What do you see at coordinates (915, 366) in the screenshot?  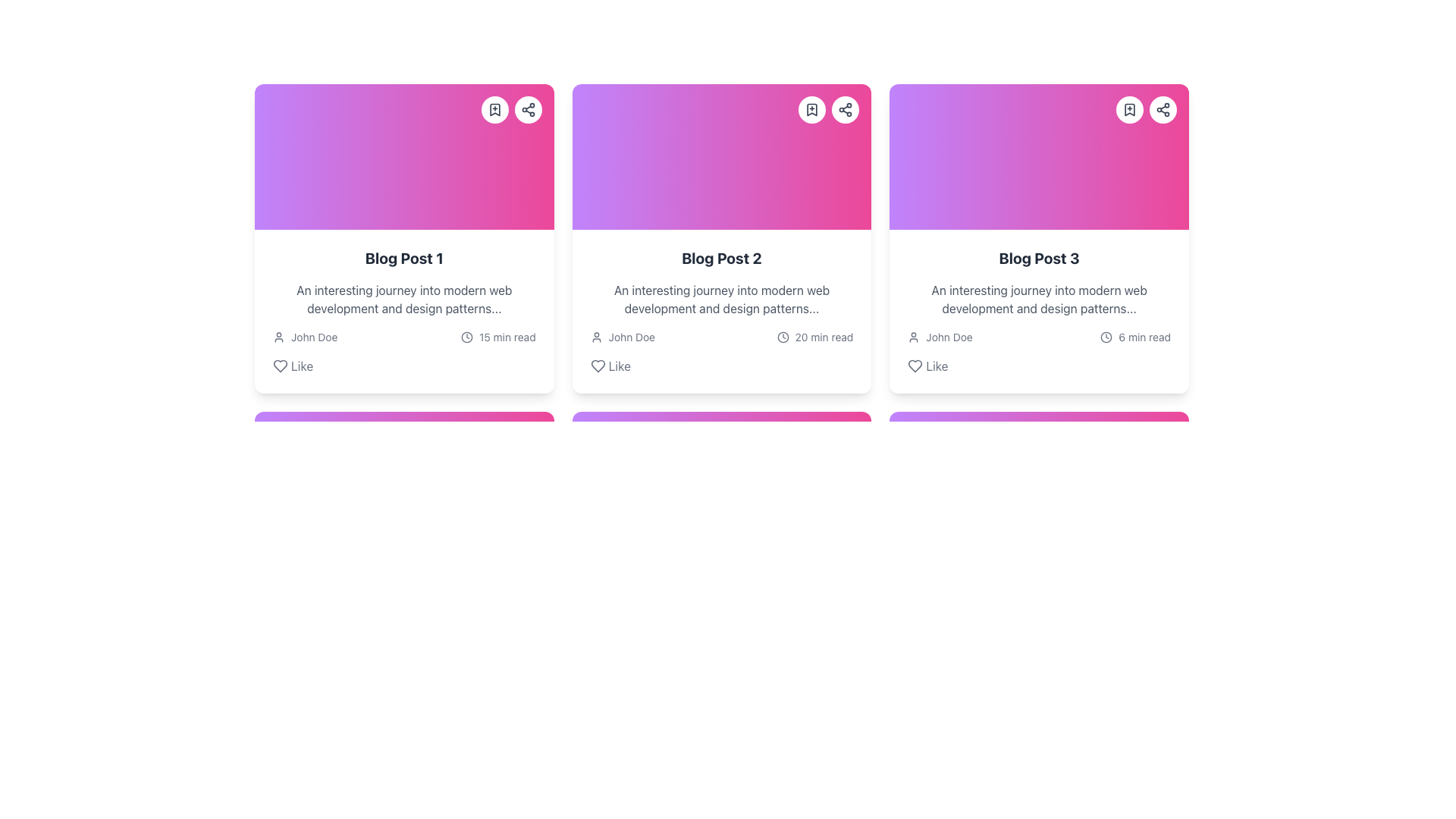 I see `the heart icon located at the bottom left corner of the 'Blog Post 3' card to like or unlike the post` at bounding box center [915, 366].